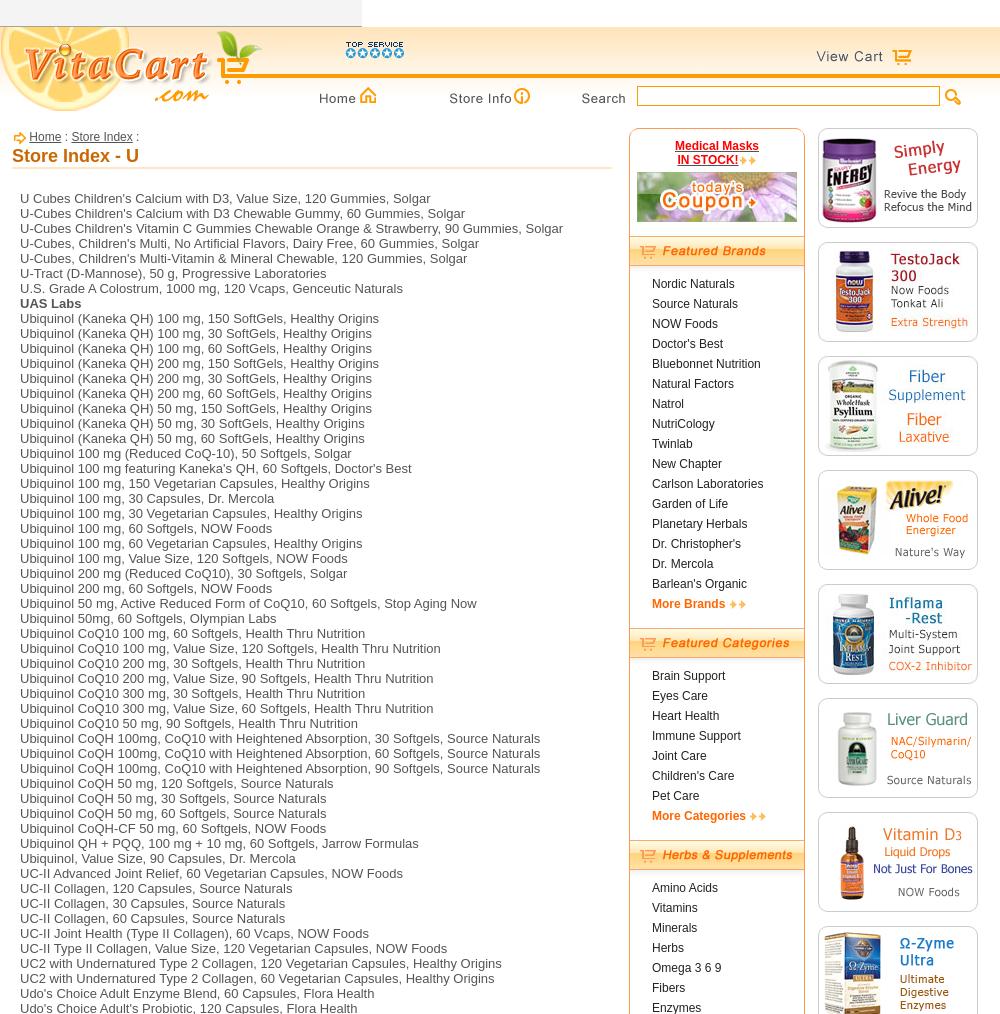  I want to click on 'Heart Health', so click(652, 714).